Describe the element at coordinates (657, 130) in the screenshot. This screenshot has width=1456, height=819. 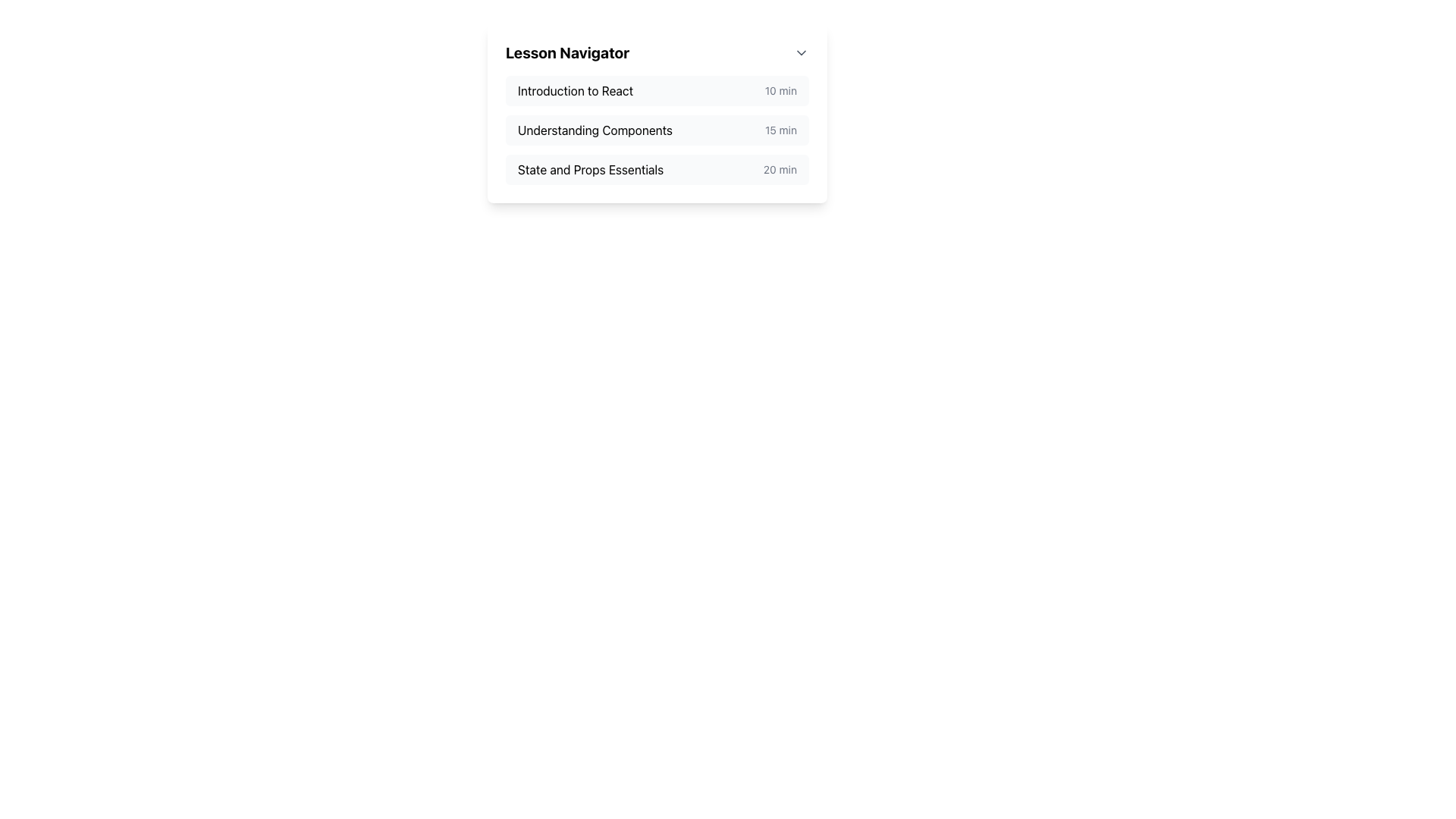
I see `text content of the navigational list titled 'Lesson Navigator', which includes 'Introduction to React', 'Understanding Components', and 'State and Props Essentials'` at that location.